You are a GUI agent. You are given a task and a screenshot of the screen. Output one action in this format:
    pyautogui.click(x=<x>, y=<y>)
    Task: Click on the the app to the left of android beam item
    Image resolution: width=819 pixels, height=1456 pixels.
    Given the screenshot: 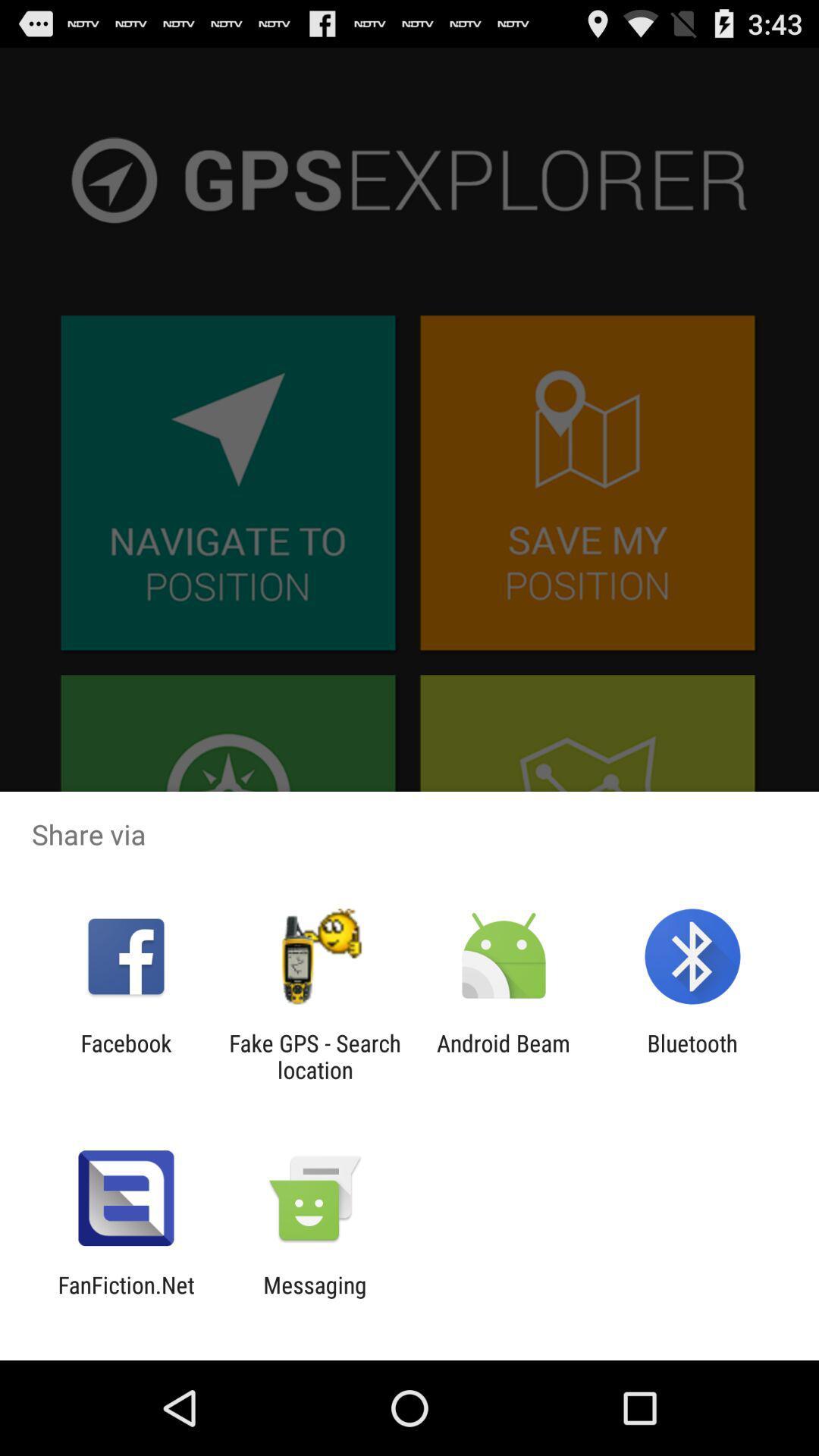 What is the action you would take?
    pyautogui.click(x=314, y=1056)
    